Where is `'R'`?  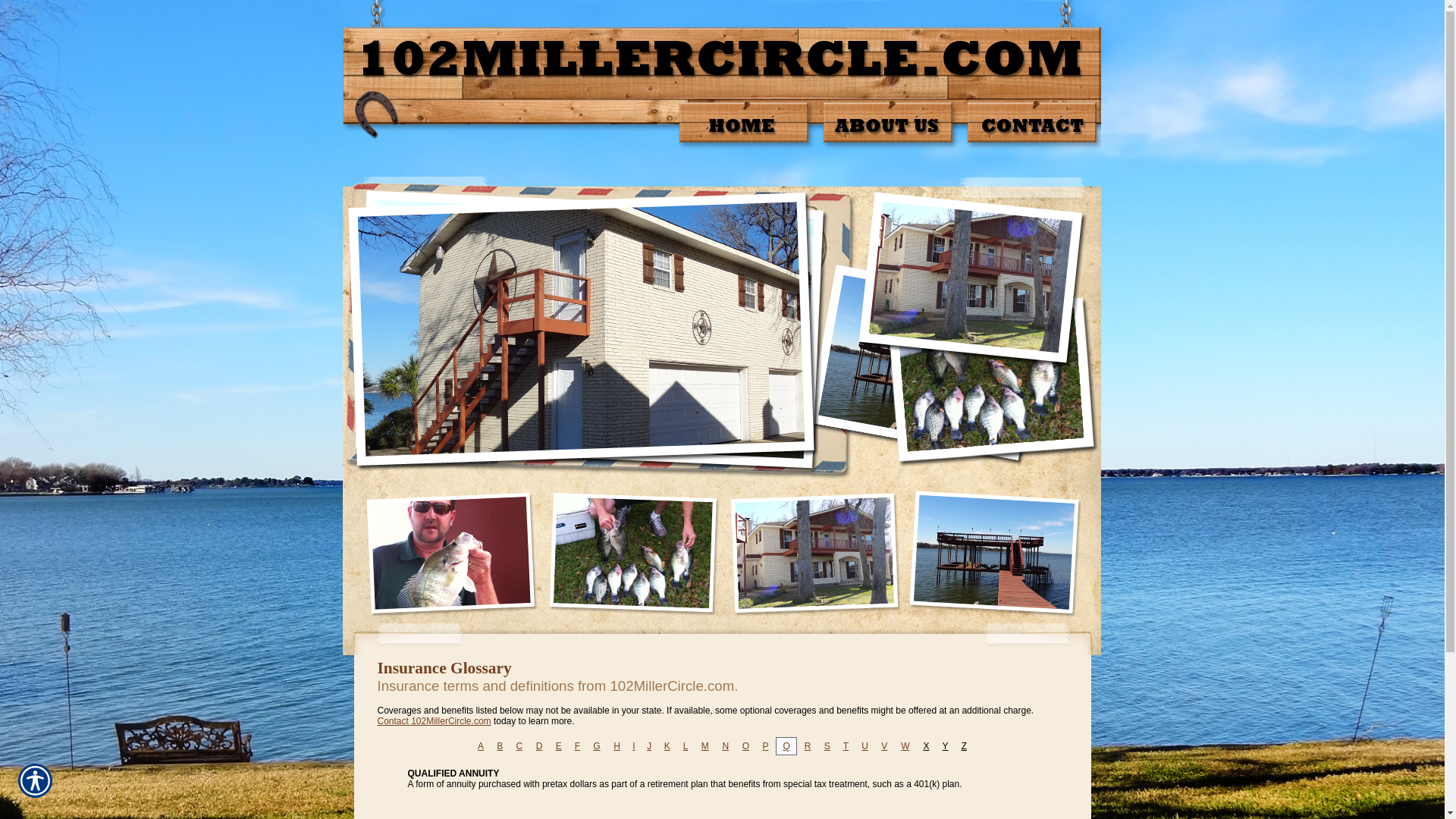
'R' is located at coordinates (807, 745).